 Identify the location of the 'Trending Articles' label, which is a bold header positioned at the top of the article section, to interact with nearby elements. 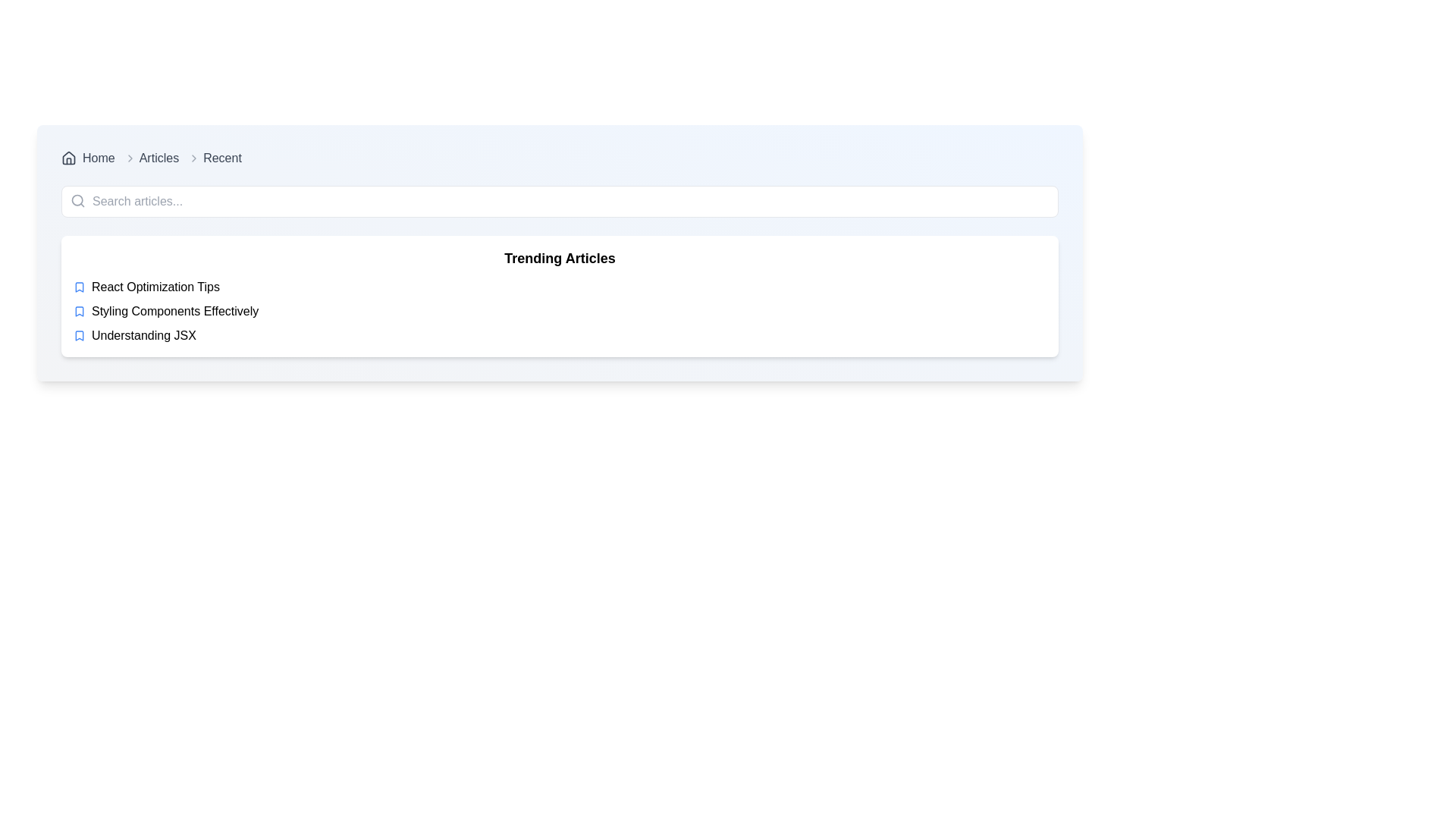
(559, 257).